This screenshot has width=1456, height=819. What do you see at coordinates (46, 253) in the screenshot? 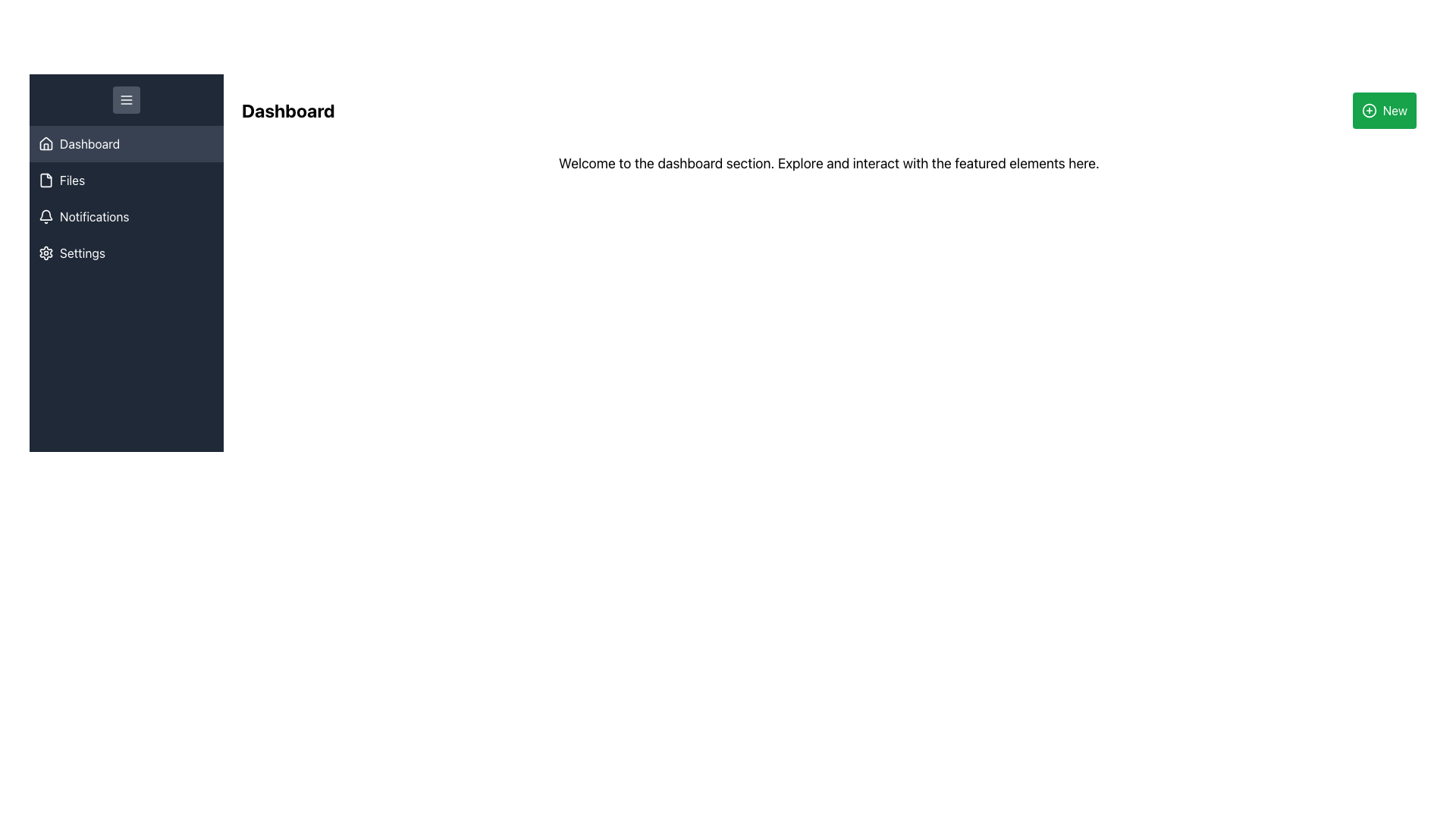
I see `the 'Settings' icon in the vertical navigation bar to recognize the associated menu option` at bounding box center [46, 253].